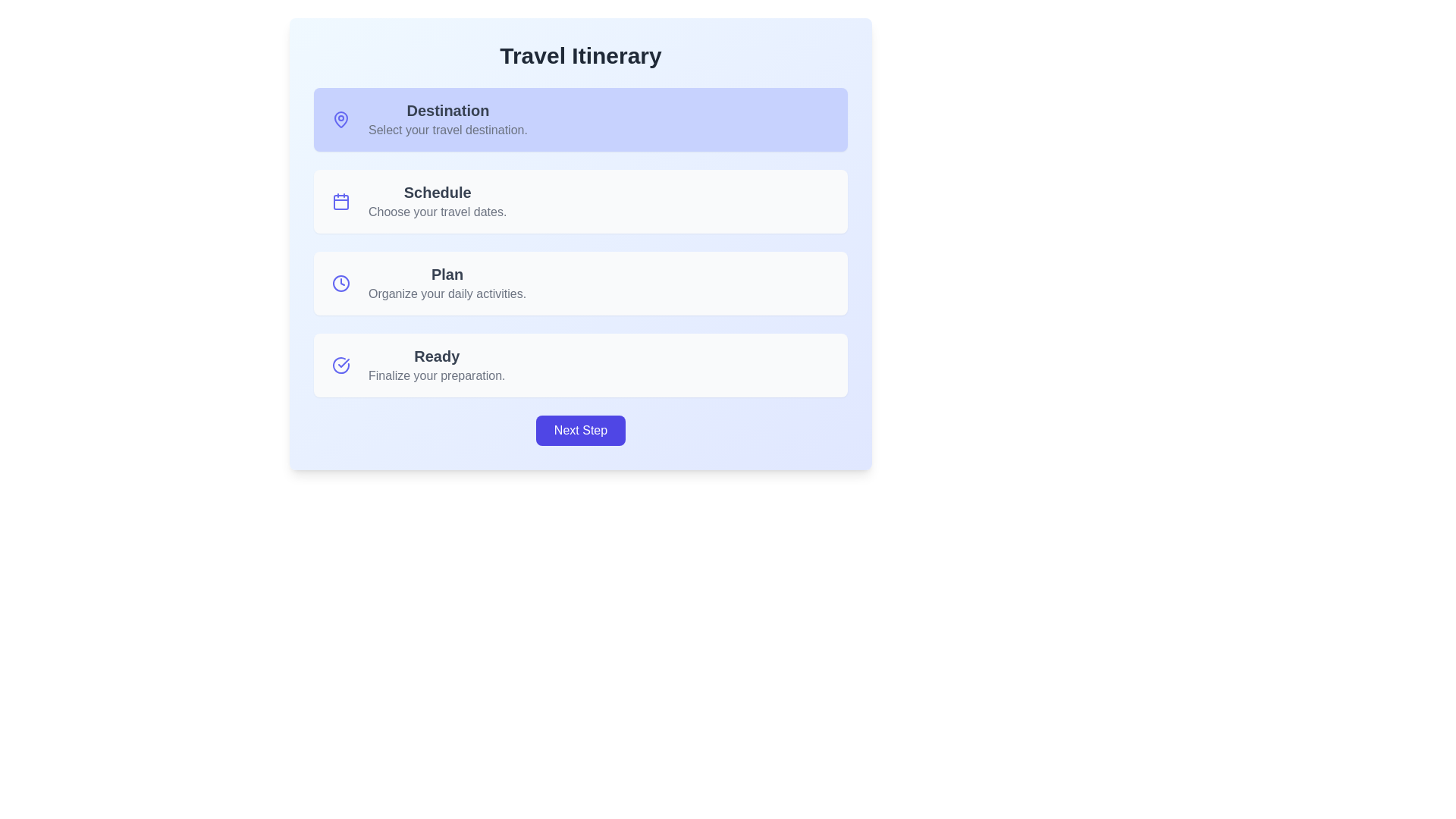 This screenshot has width=1456, height=819. I want to click on the 'Destination' text label group, which includes the bold text 'Destination' and the descriptive text 'Select your travel destination.' This element is located at the top of the interface within a rectangular section with a light background, so click(447, 119).